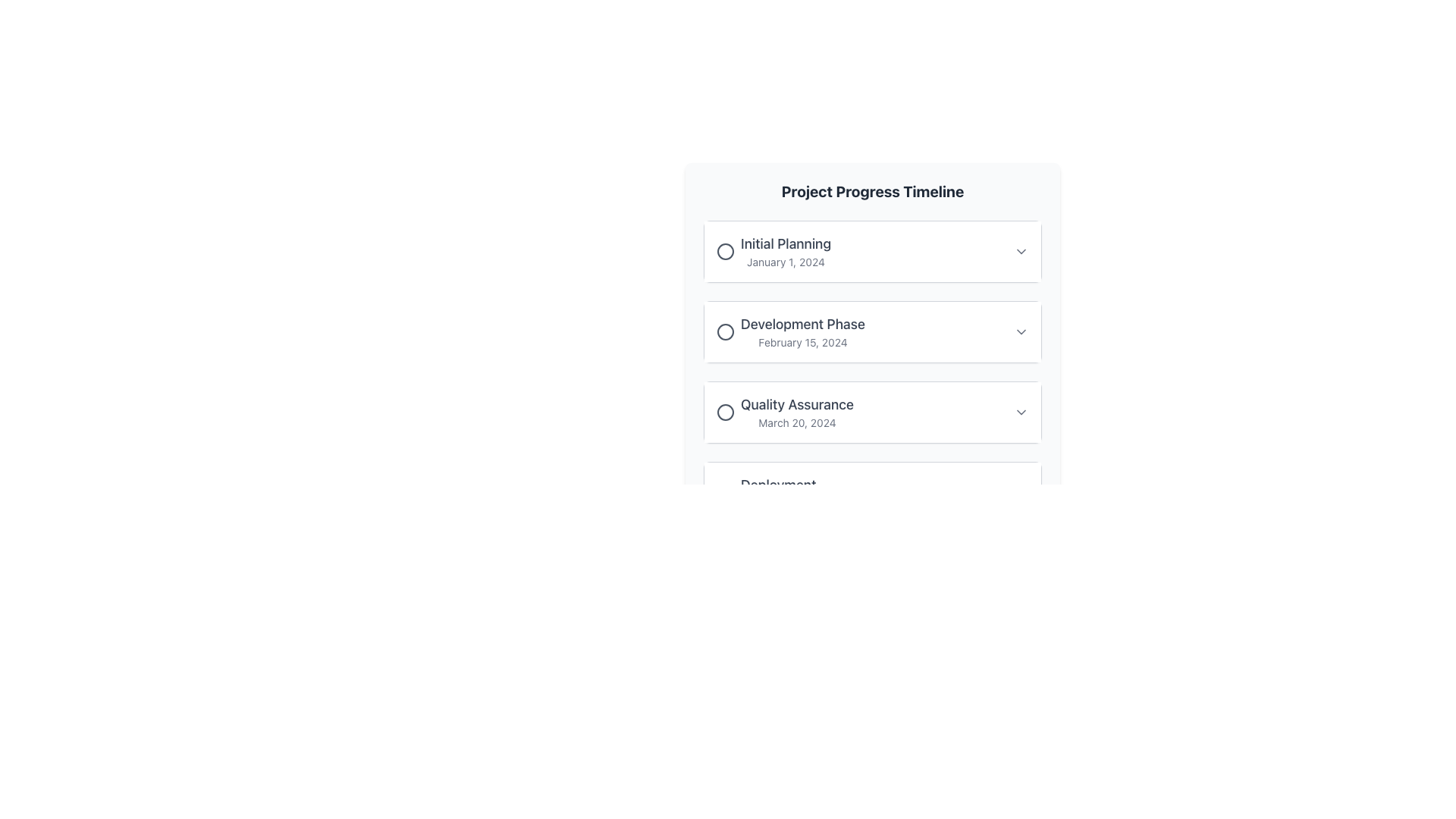  What do you see at coordinates (778, 485) in the screenshot?
I see `the 'Deployment' text label, which is styled in gray, bold font, and is positioned at the end of a vertical list representing project phases` at bounding box center [778, 485].